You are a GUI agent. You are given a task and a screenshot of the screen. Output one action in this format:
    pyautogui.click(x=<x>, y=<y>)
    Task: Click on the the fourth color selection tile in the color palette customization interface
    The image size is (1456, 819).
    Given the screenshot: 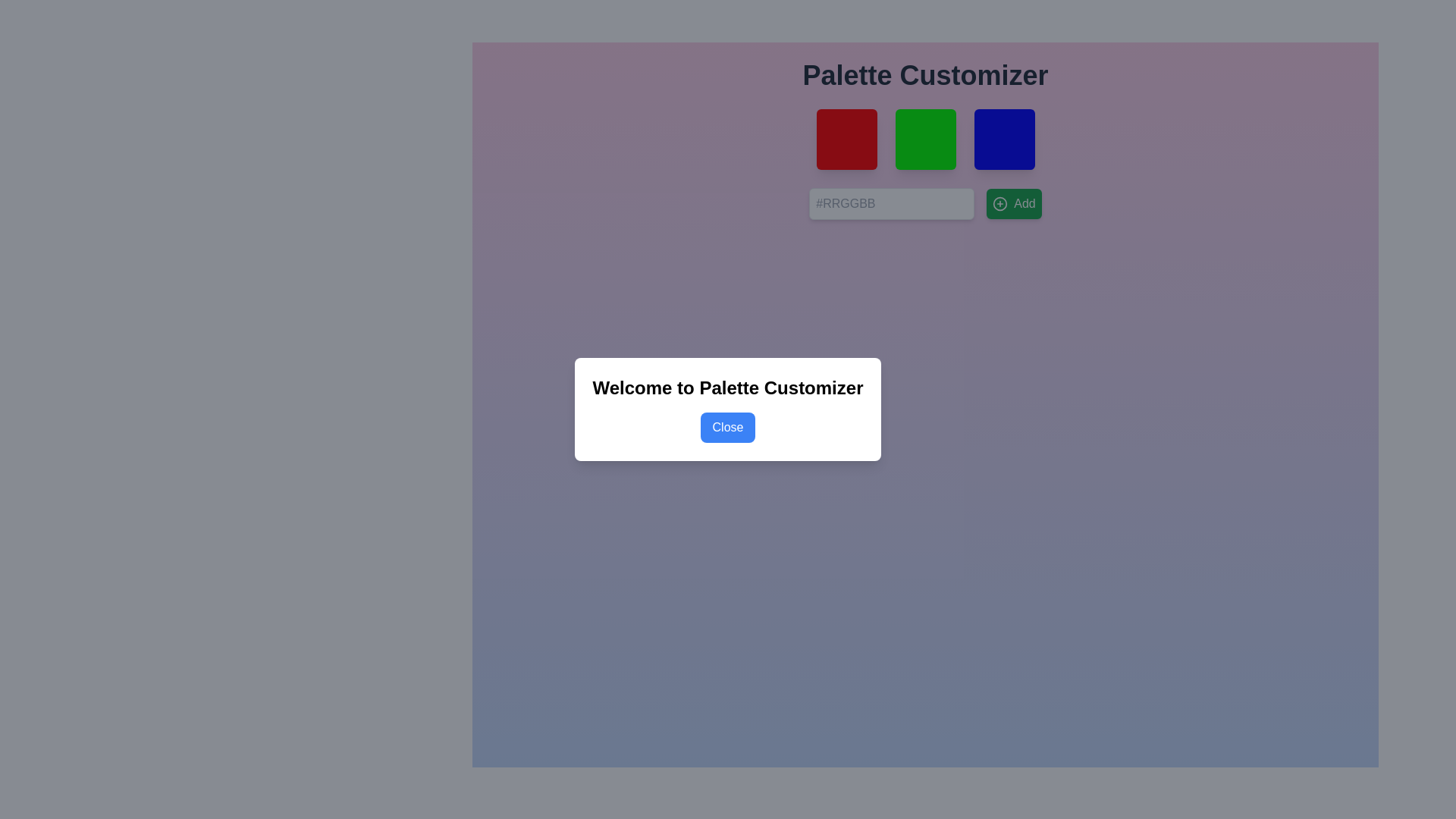 What is the action you would take?
    pyautogui.click(x=1004, y=140)
    